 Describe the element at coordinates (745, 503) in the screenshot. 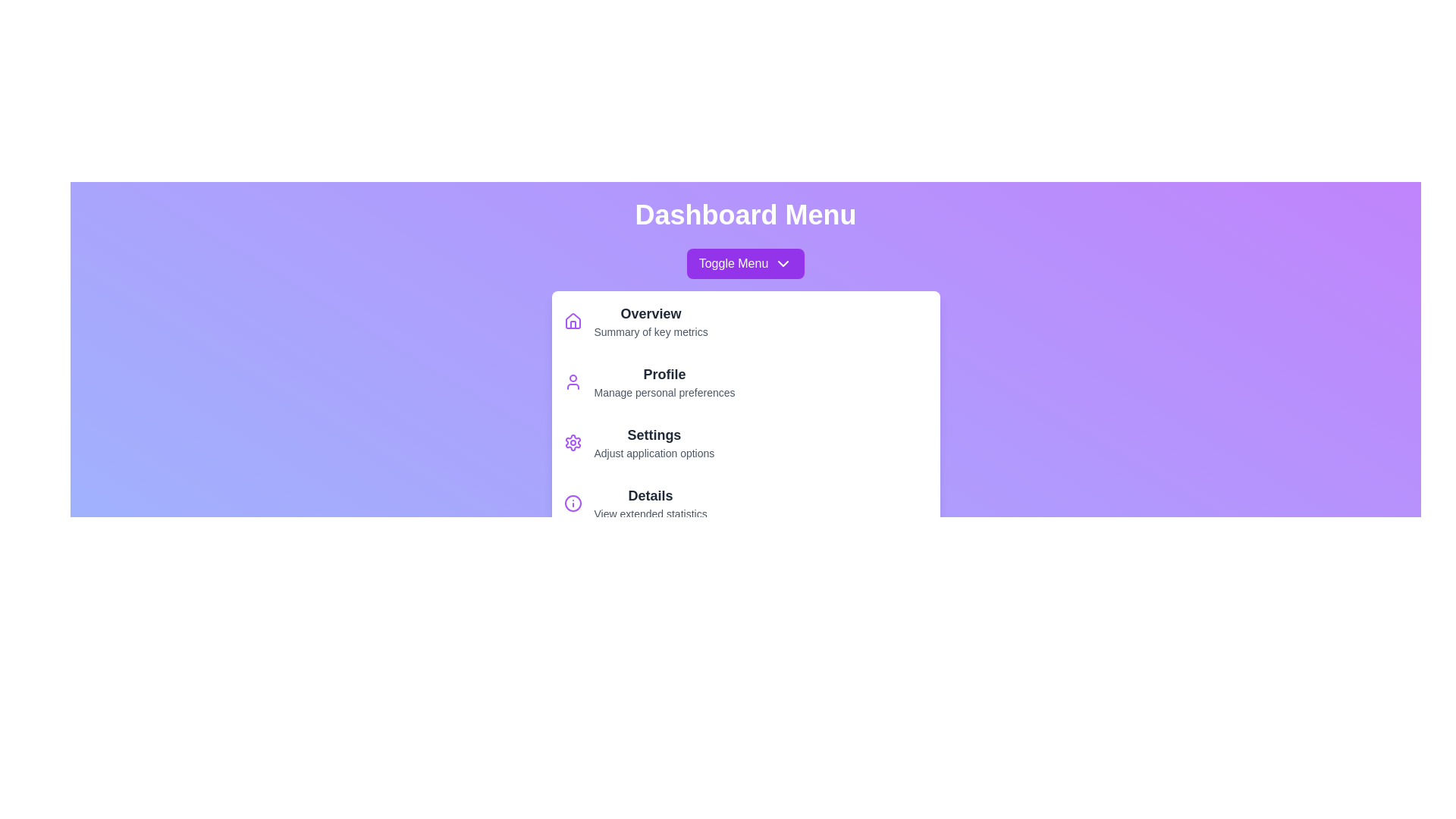

I see `the menu item Details from the menu` at that location.